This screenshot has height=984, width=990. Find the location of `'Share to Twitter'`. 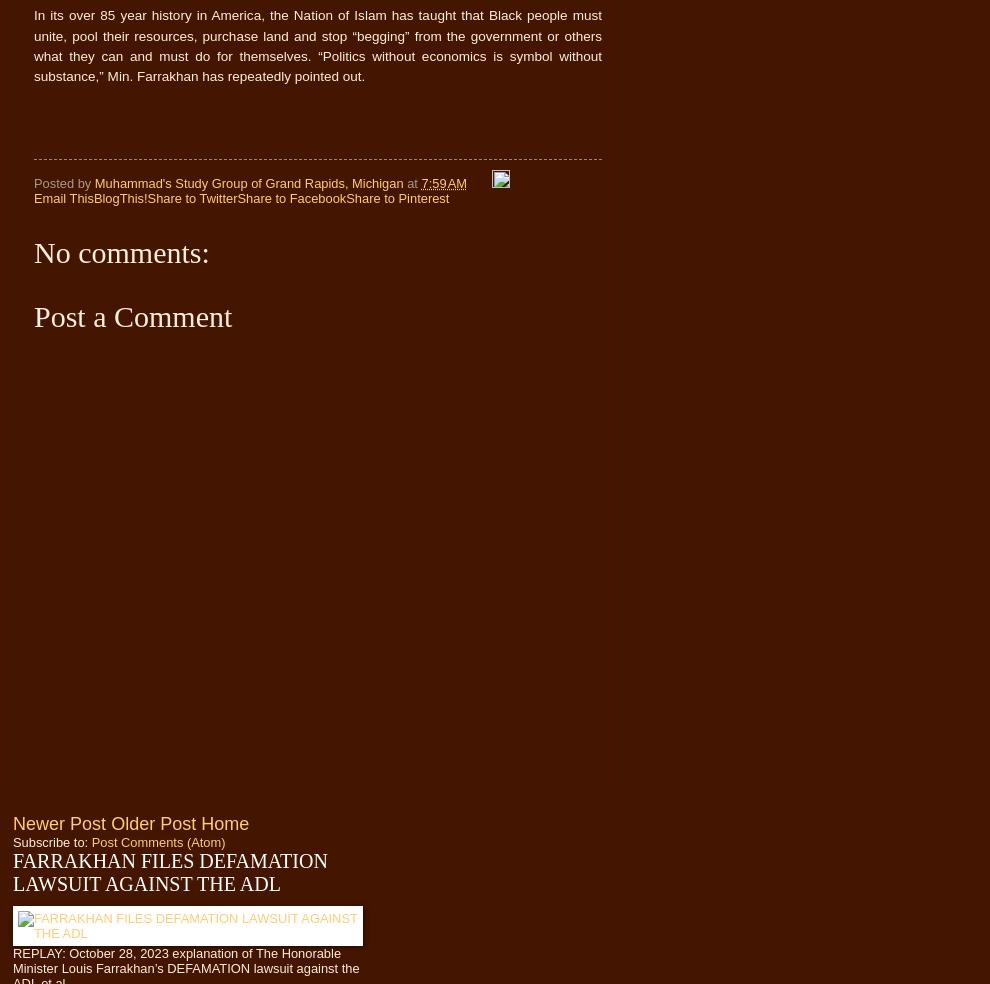

'Share to Twitter' is located at coordinates (191, 198).